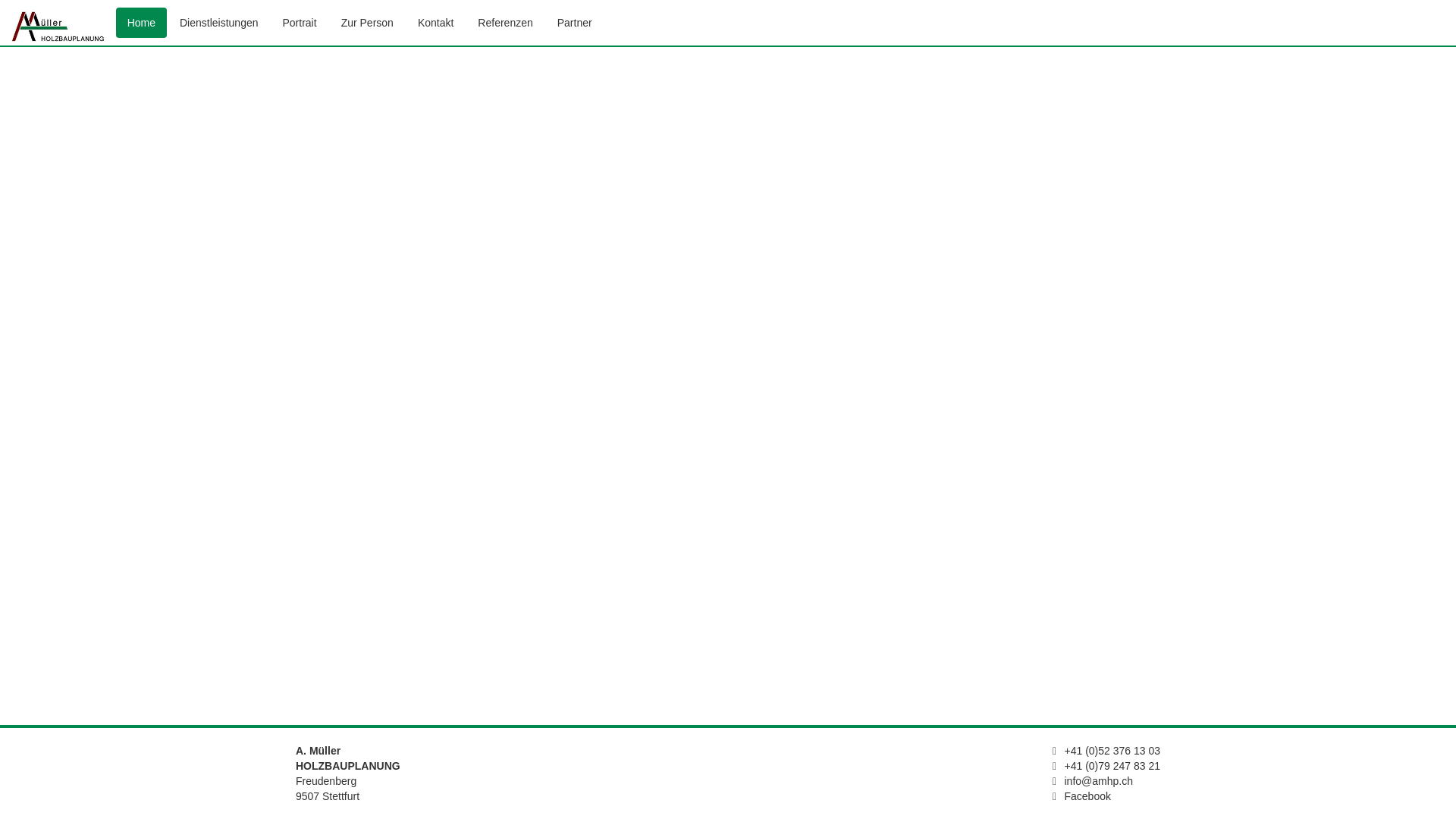  Describe the element at coordinates (300, 23) in the screenshot. I see `'Portrait'` at that location.